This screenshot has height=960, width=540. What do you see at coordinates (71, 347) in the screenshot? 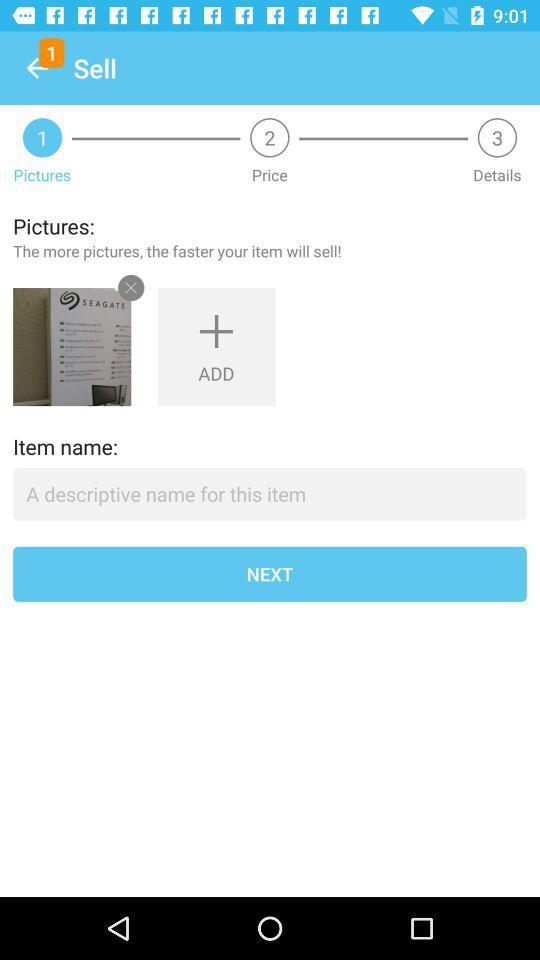
I see `icon to the left of add` at bounding box center [71, 347].